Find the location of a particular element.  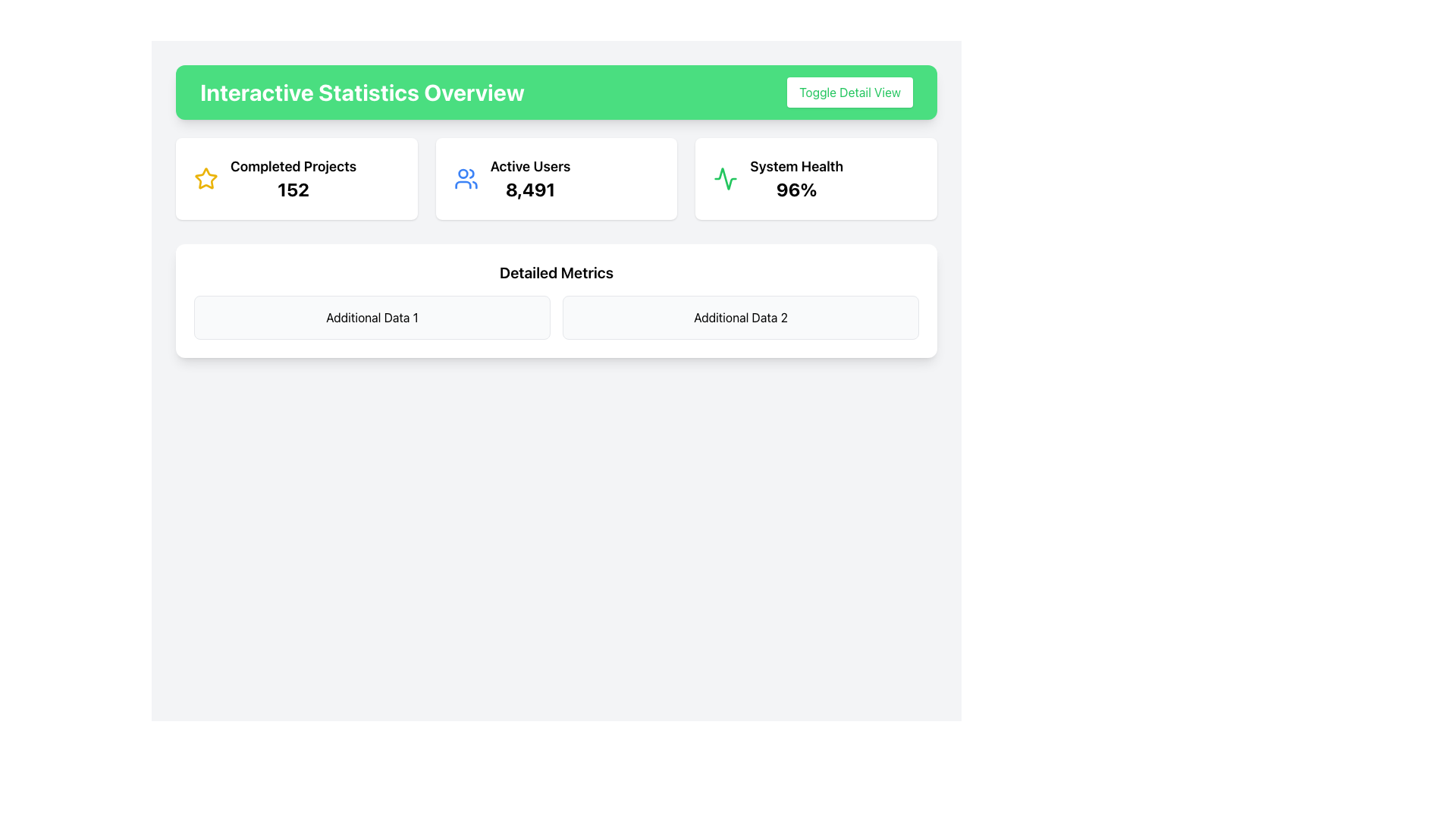

attributes of the text display element that indicates system health, located in the top-right section and adjacent to a heartbeat icon is located at coordinates (795, 177).